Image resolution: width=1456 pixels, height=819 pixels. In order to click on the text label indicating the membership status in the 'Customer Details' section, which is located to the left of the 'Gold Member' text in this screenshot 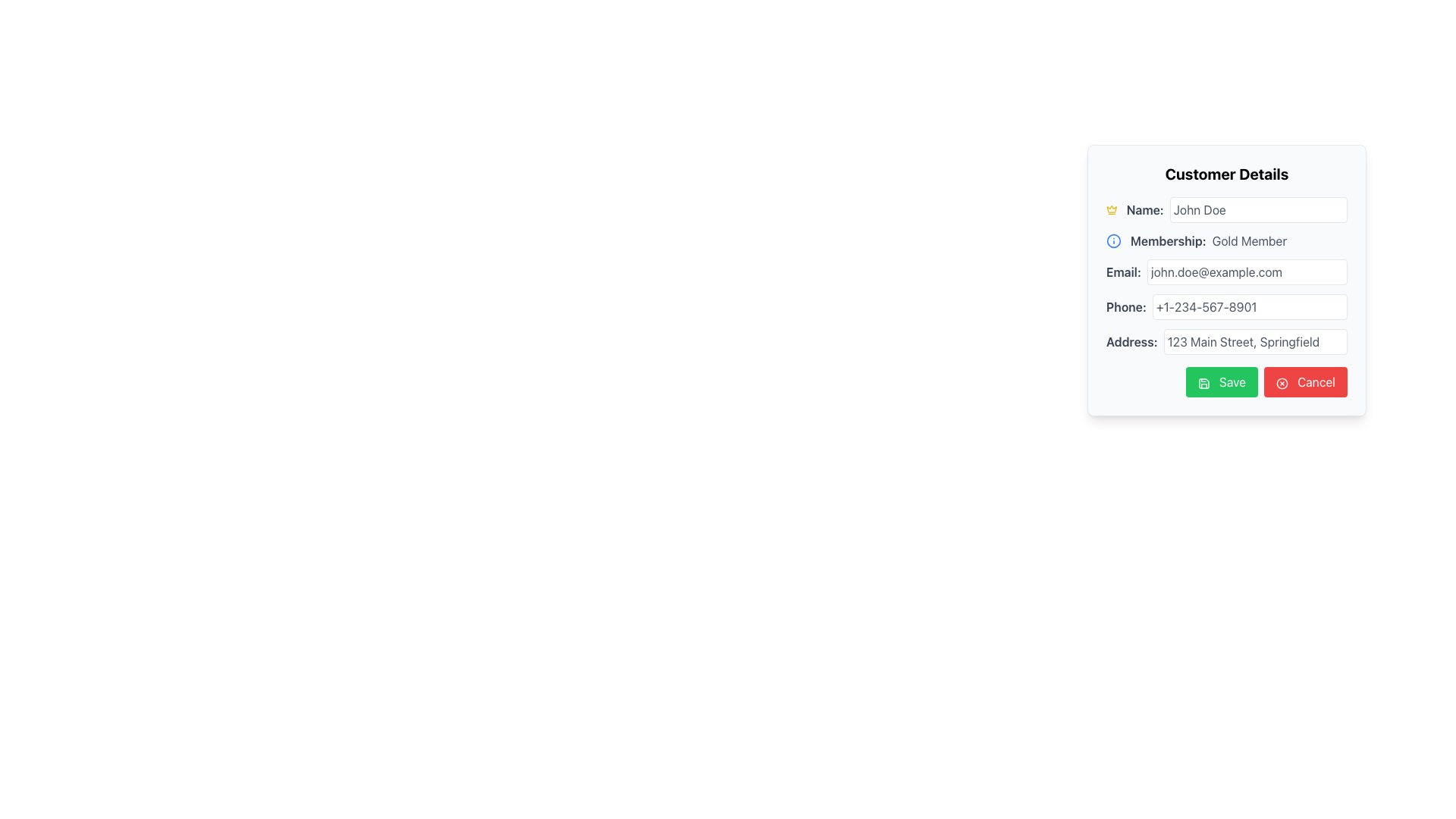, I will do `click(1167, 240)`.